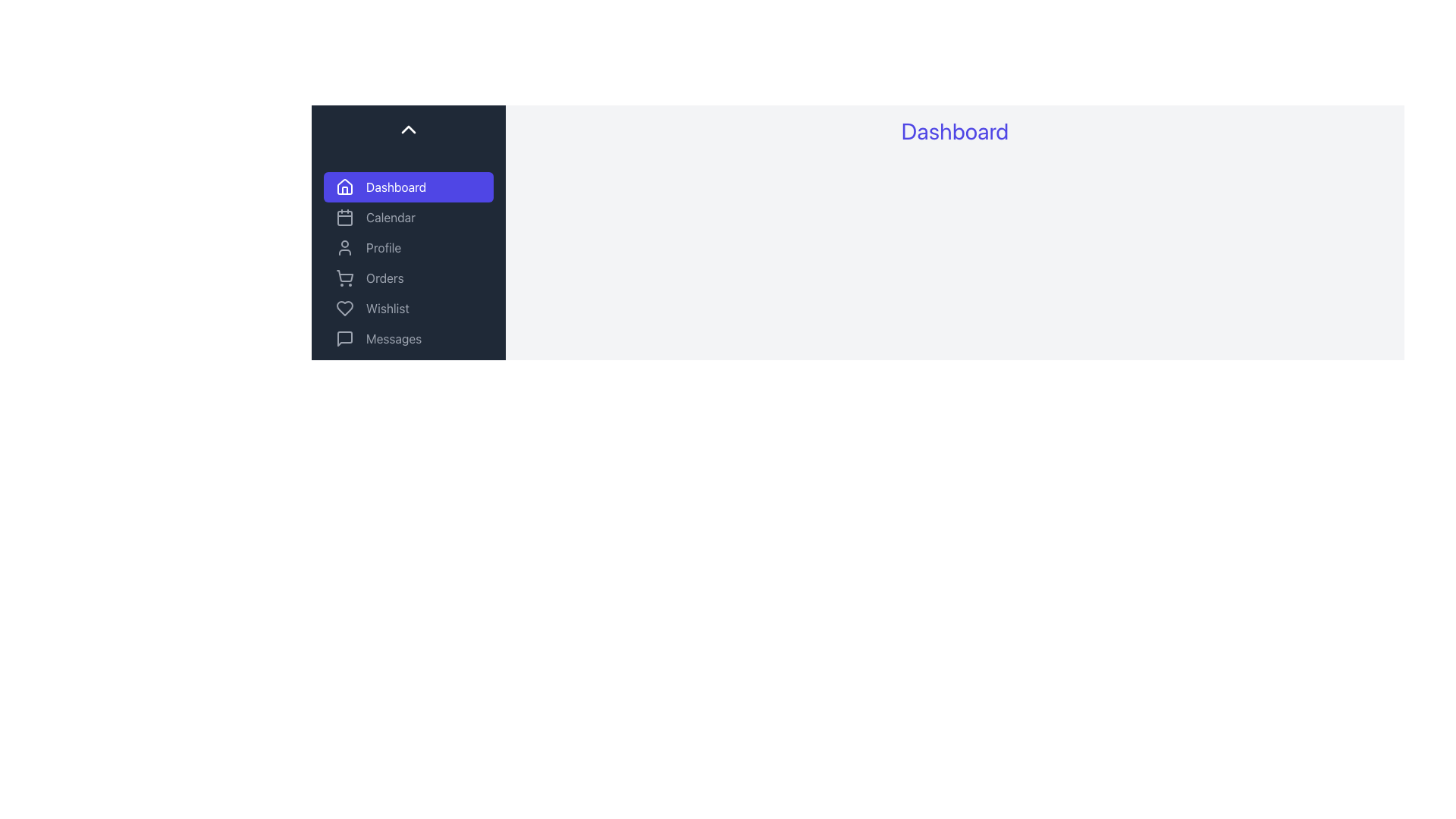 The width and height of the screenshot is (1456, 819). Describe the element at coordinates (408, 308) in the screenshot. I see `the fifth button in the vertical navigation menu` at that location.